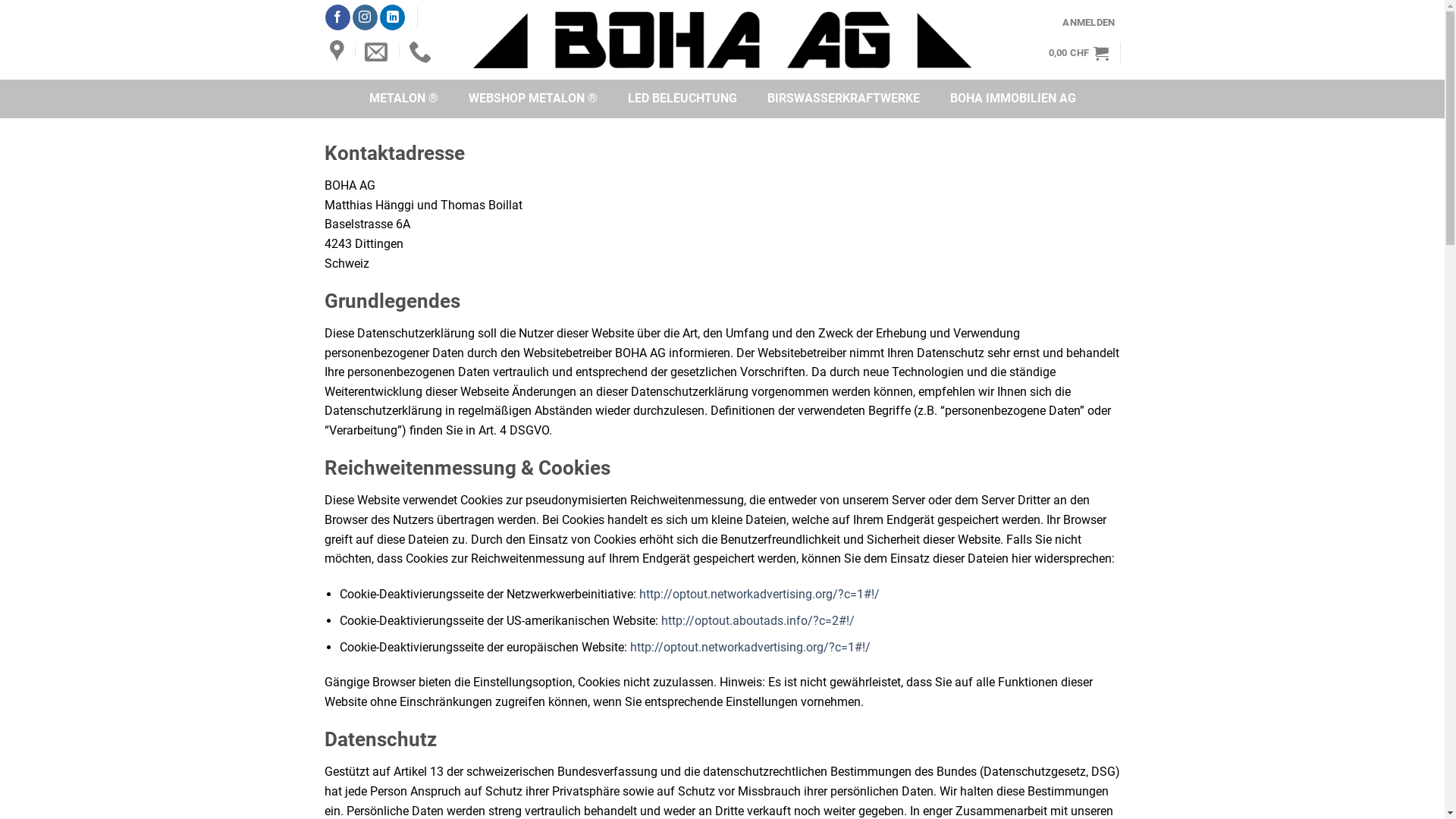 The image size is (1456, 819). Describe the element at coordinates (682, 99) in the screenshot. I see `'LED BELEUCHTUNG'` at that location.